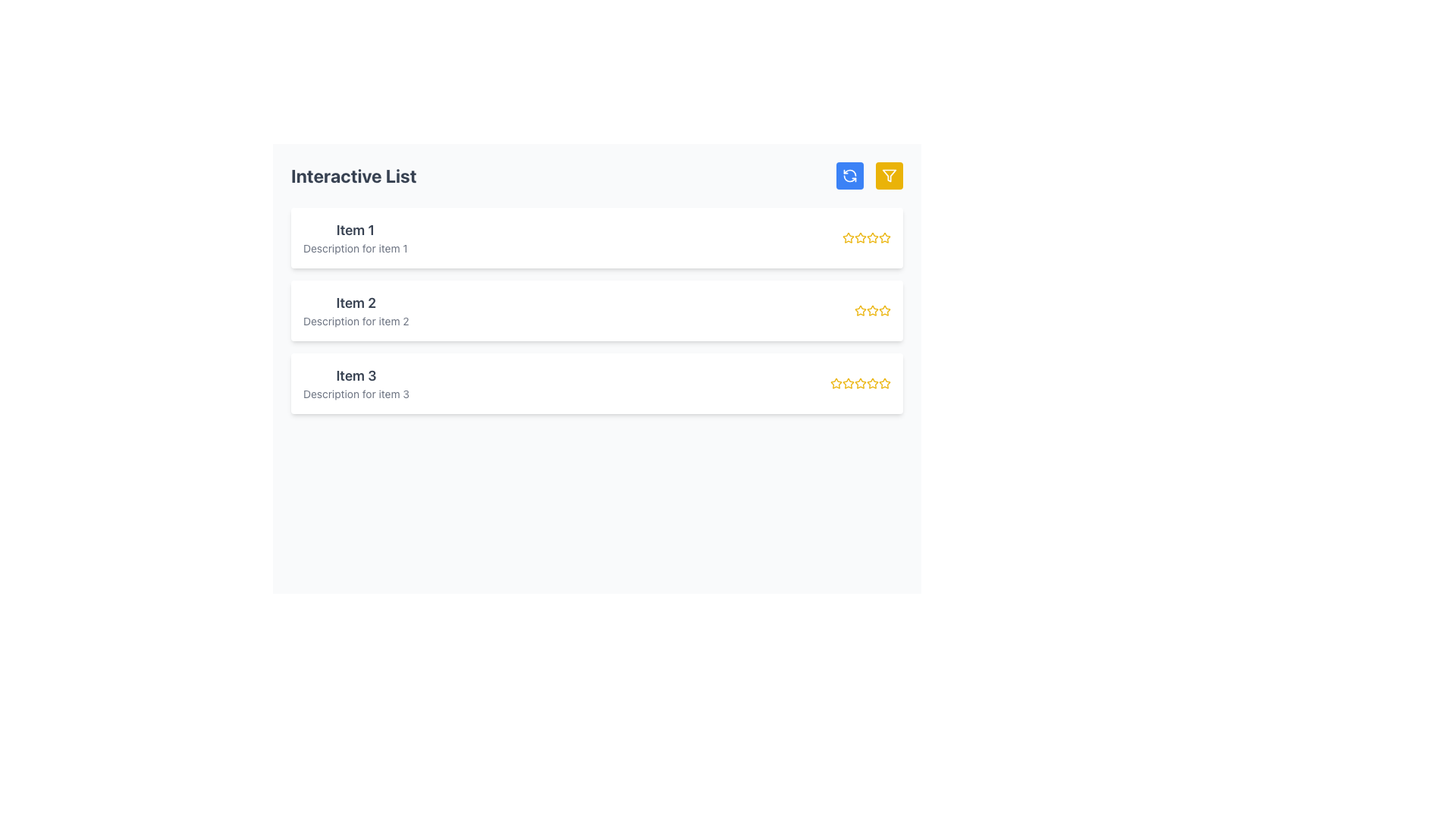 The width and height of the screenshot is (1456, 819). Describe the element at coordinates (354, 247) in the screenshot. I see `the text block that reads 'Description for item 1', located directly below the header 'Item 1' in the first list group, styled in a smaller gray font` at that location.